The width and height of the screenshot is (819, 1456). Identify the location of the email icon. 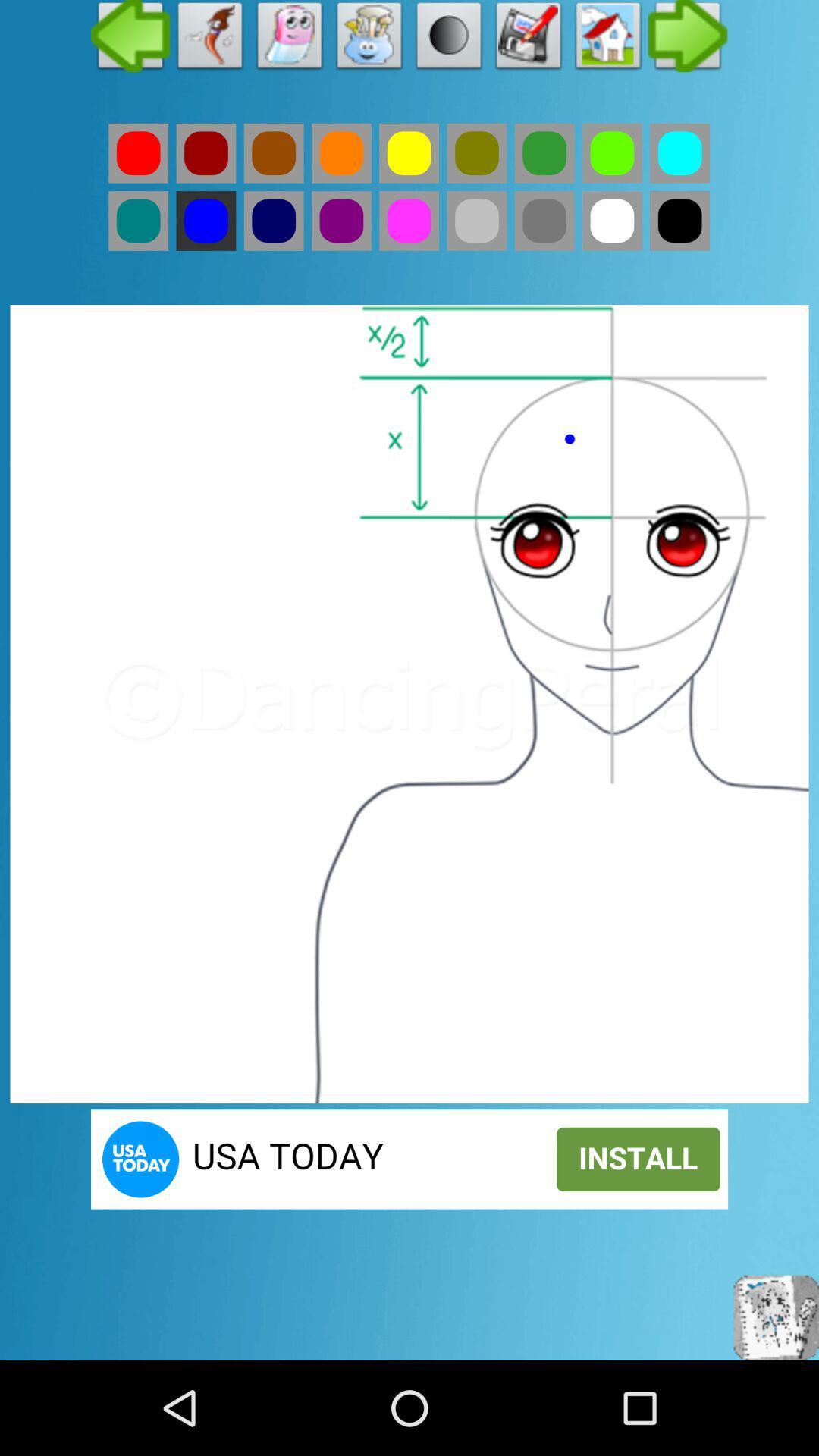
(528, 42).